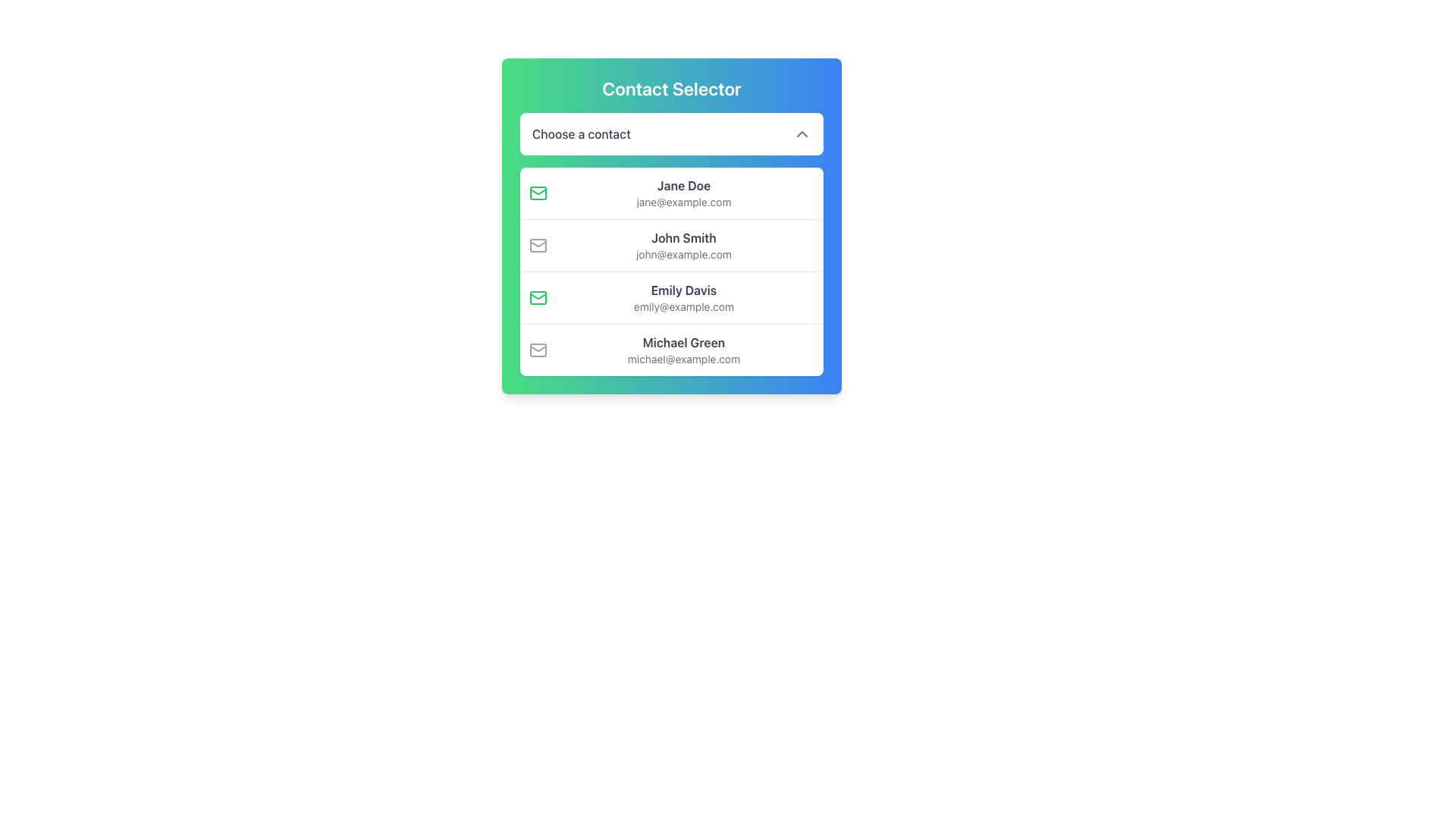 Image resolution: width=1456 pixels, height=819 pixels. I want to click on the email icon located to the left of the text 'Michael Green' and 'michael@example.com' in the last item of the contact list in the 'Contact Selector', so click(538, 350).